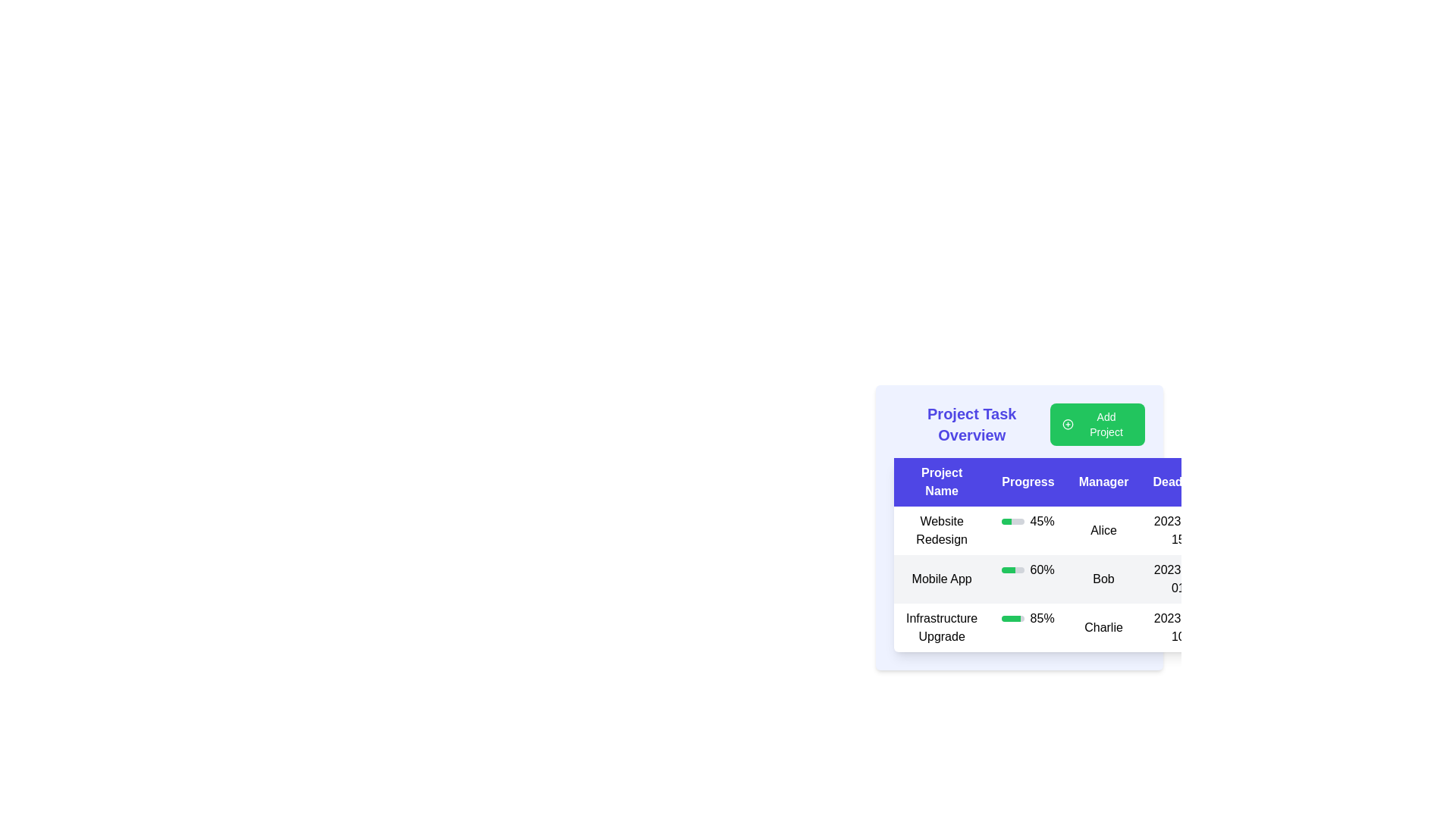 The width and height of the screenshot is (1456, 819). Describe the element at coordinates (941, 579) in the screenshot. I see `label text indicating the name of the second project in the 'Project Task Overview' table located under the 'Project Name' column` at that location.